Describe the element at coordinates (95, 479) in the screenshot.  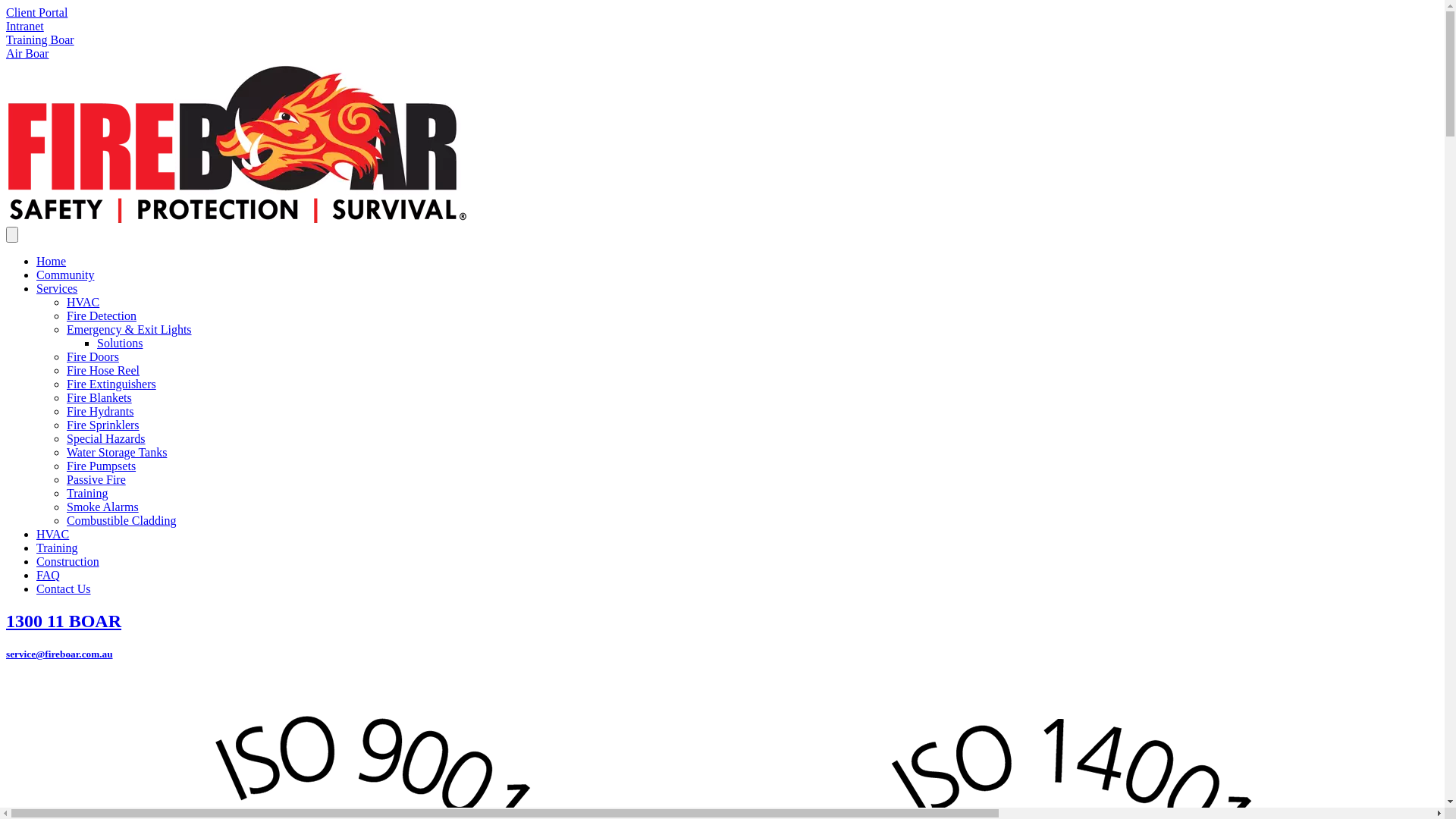
I see `'Passive Fire'` at that location.